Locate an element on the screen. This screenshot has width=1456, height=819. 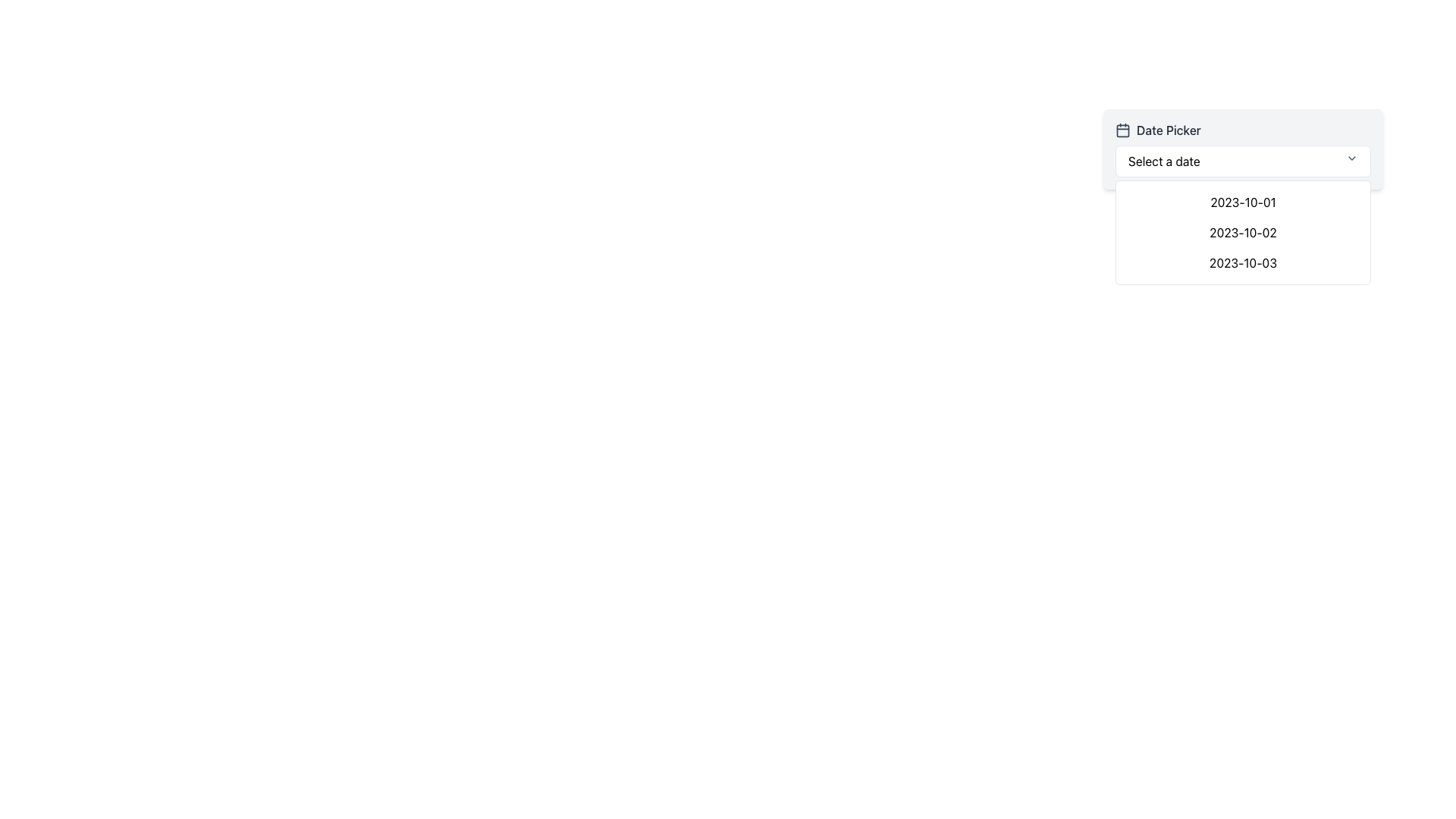
the list item displaying the date '2023-10-02' in the dropdown menu is located at coordinates (1243, 233).